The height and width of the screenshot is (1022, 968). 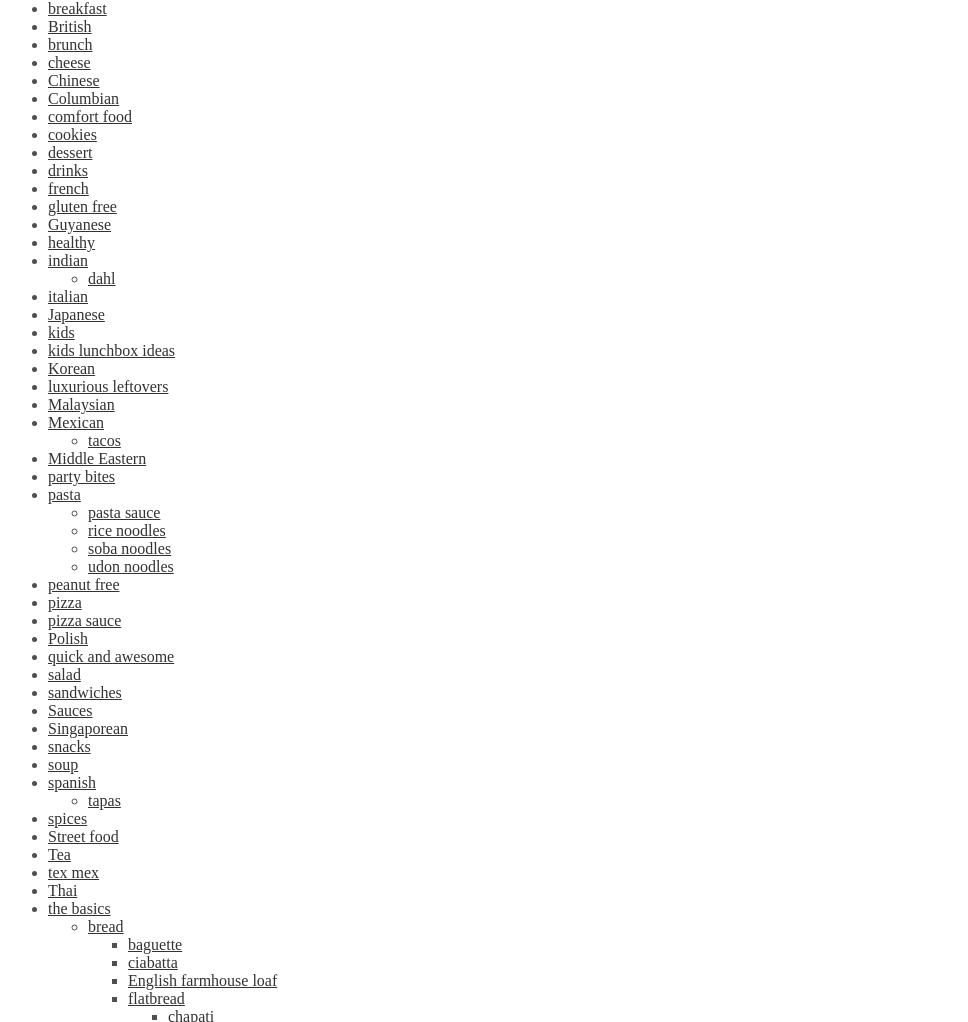 I want to click on 'pasta sauce', so click(x=123, y=511).